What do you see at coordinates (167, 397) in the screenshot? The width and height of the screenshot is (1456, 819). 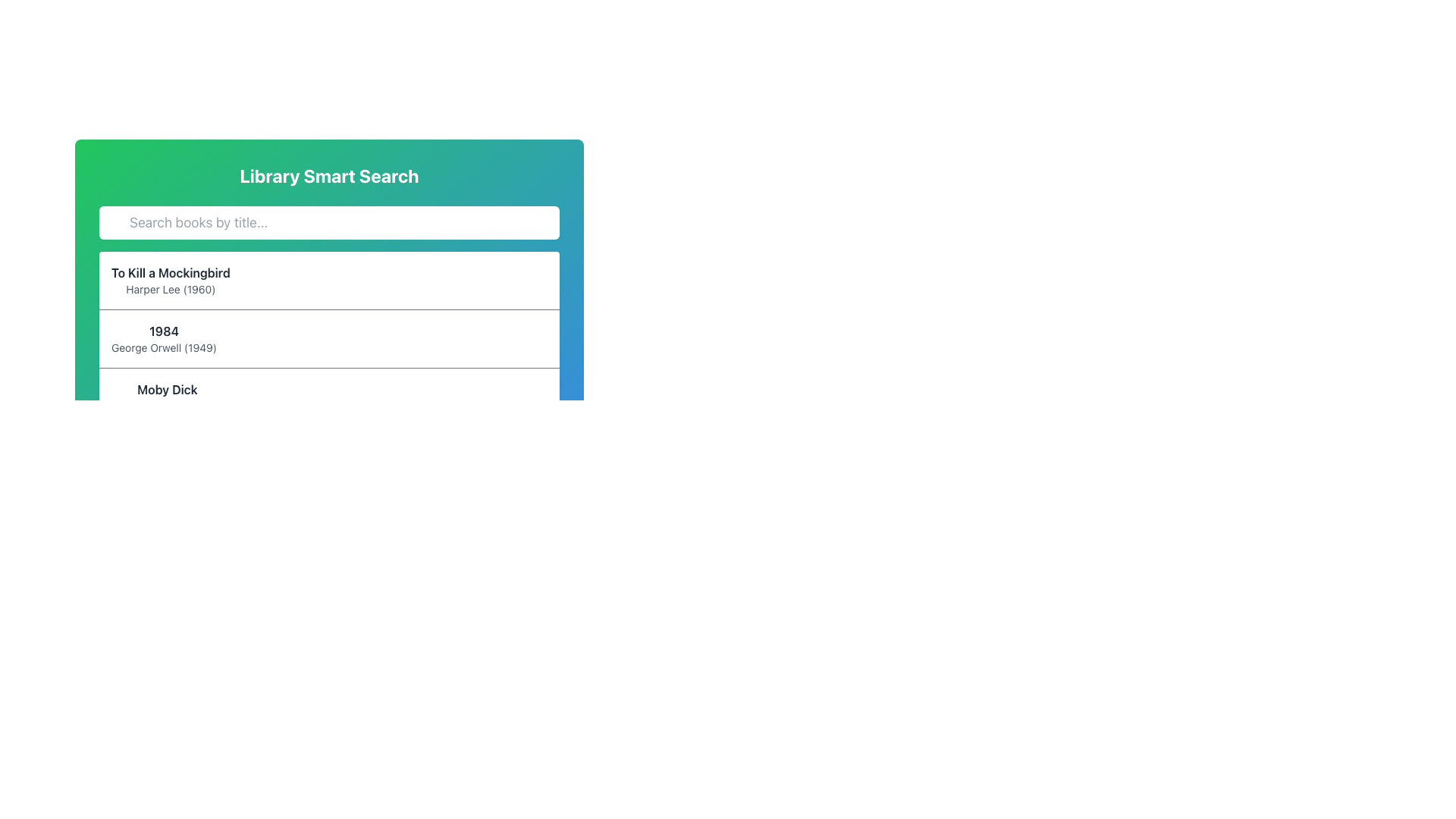 I see `the Text label displaying 'Moby Dick' by Herman Melville, which is the third item in the vertical list under the 'Library Smart Search' bar` at bounding box center [167, 397].